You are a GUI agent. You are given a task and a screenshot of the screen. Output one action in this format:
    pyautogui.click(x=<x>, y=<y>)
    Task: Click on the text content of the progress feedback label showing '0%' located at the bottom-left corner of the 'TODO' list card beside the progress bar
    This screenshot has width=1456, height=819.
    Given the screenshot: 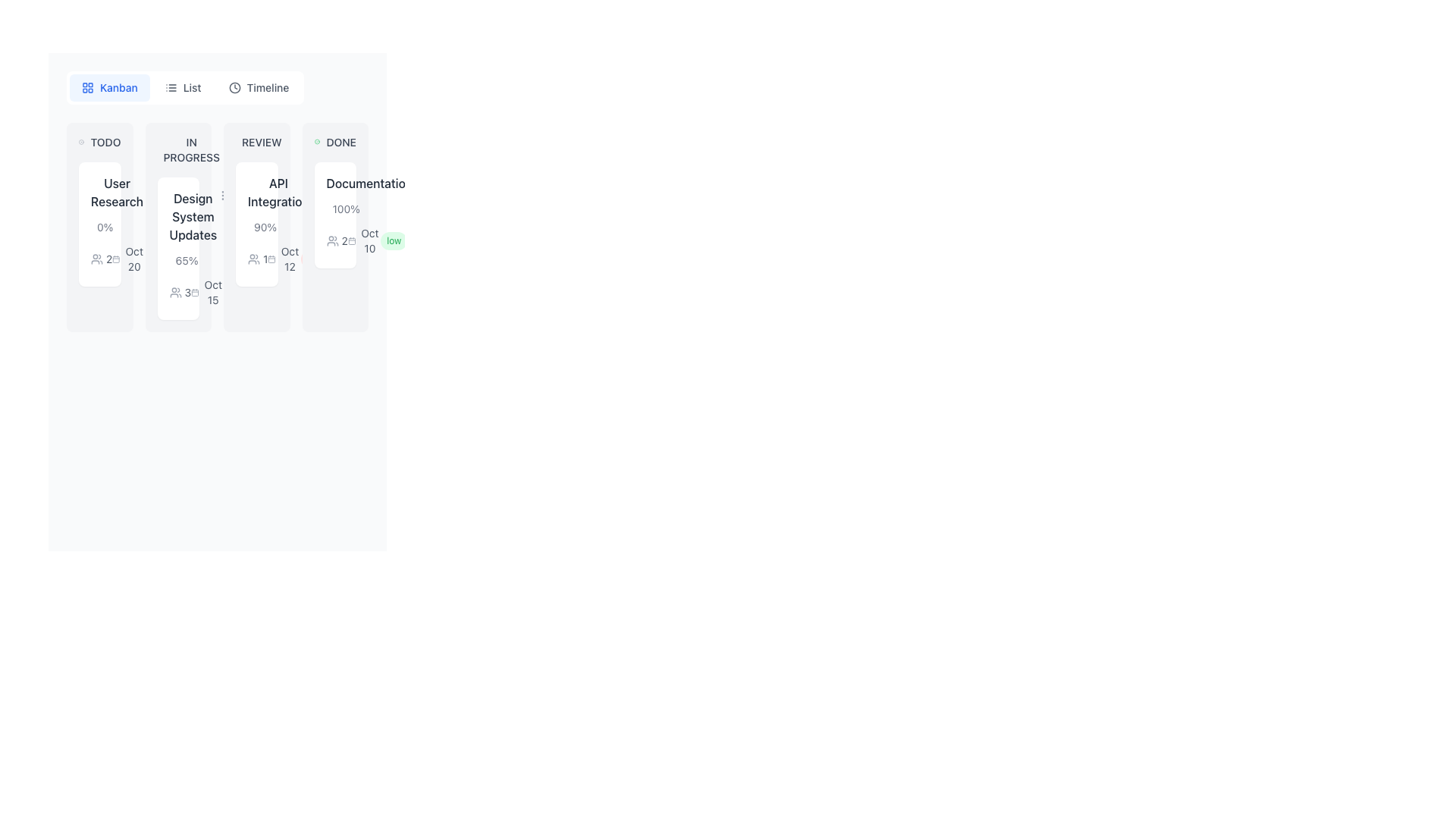 What is the action you would take?
    pyautogui.click(x=104, y=227)
    